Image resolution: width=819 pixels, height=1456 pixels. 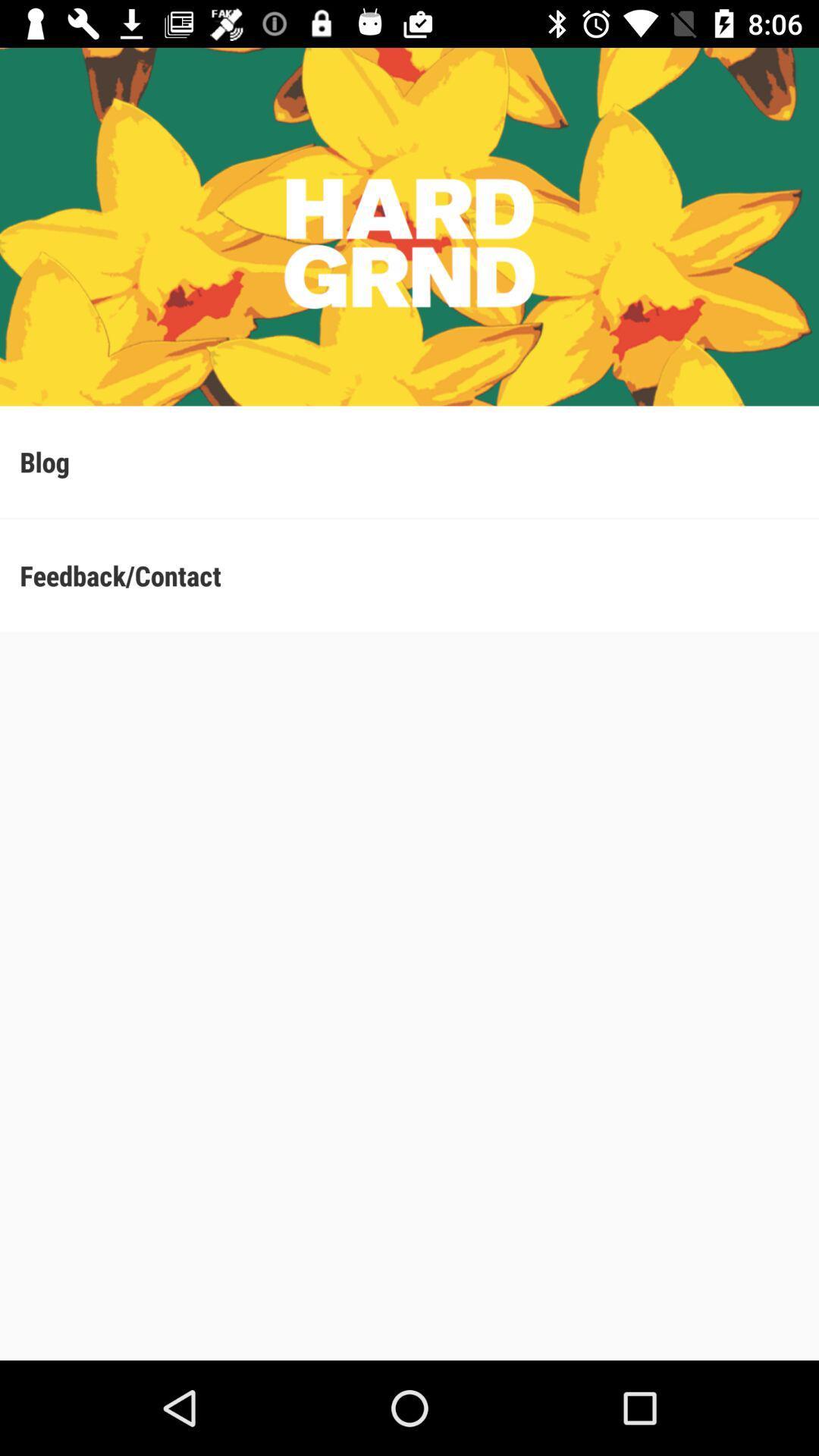 What do you see at coordinates (409, 574) in the screenshot?
I see `feedback/contact item` at bounding box center [409, 574].